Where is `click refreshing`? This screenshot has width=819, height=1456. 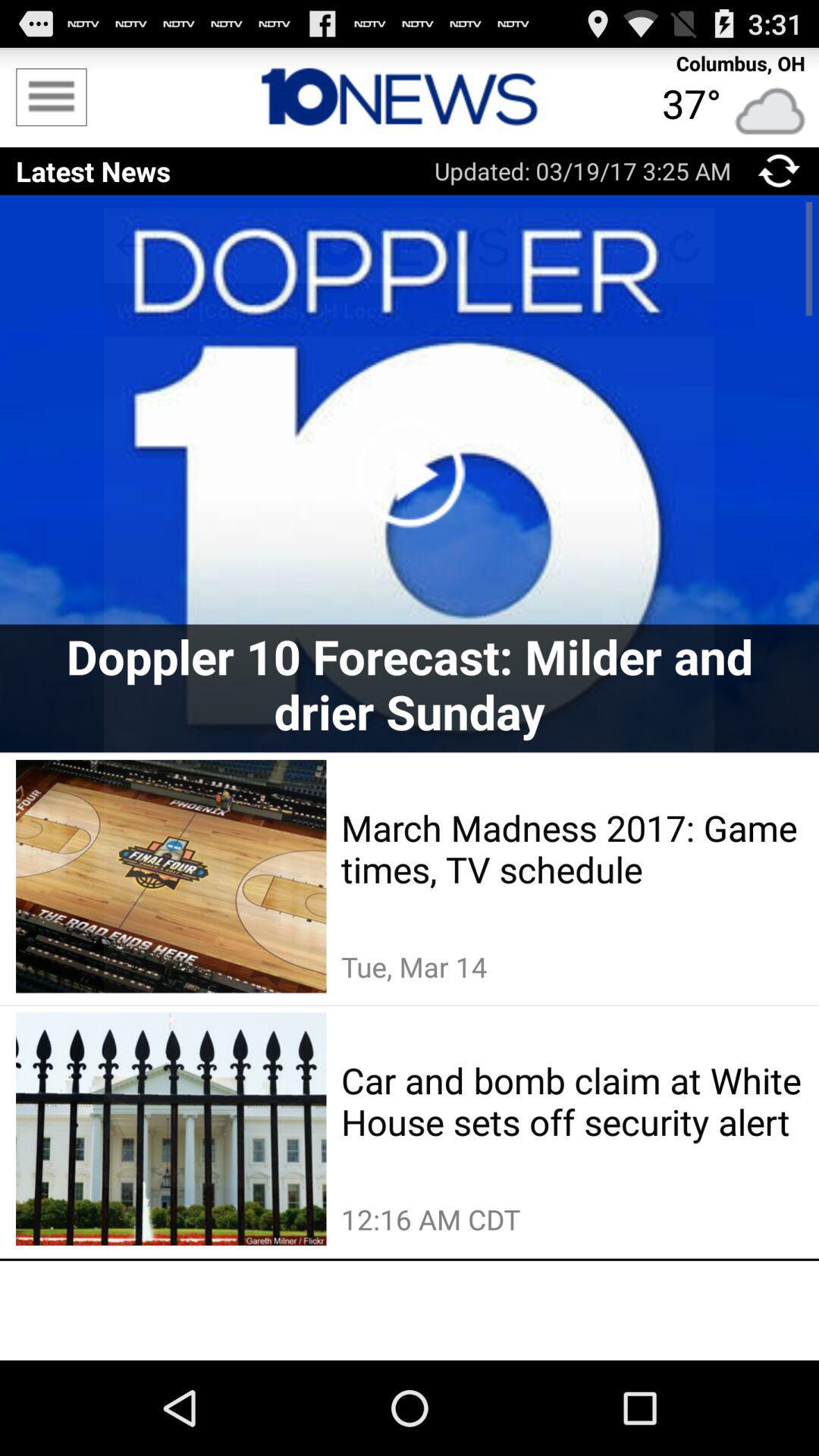 click refreshing is located at coordinates (779, 171).